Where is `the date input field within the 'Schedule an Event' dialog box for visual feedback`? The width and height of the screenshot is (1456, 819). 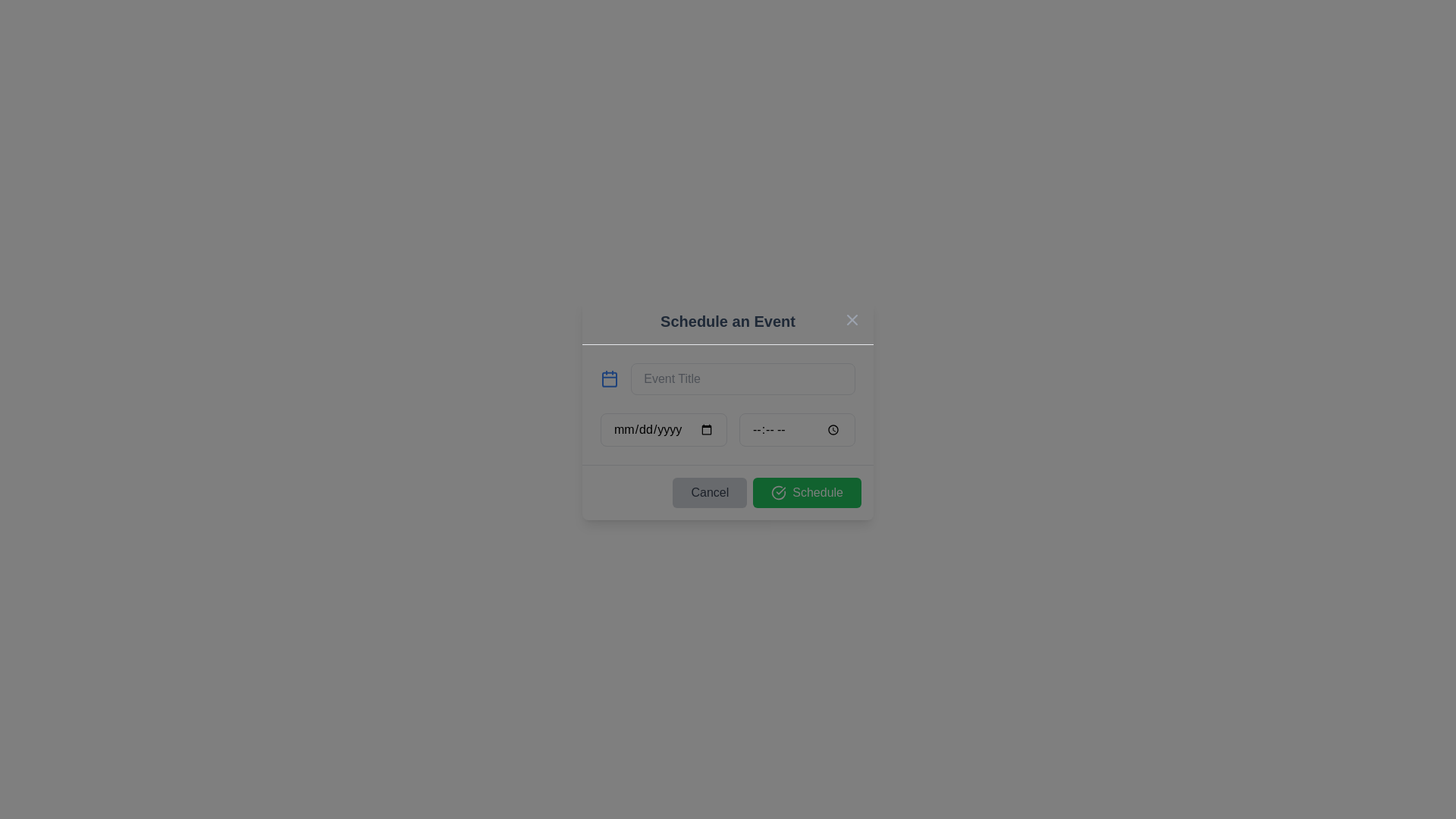 the date input field within the 'Schedule an Event' dialog box for visual feedback is located at coordinates (664, 430).